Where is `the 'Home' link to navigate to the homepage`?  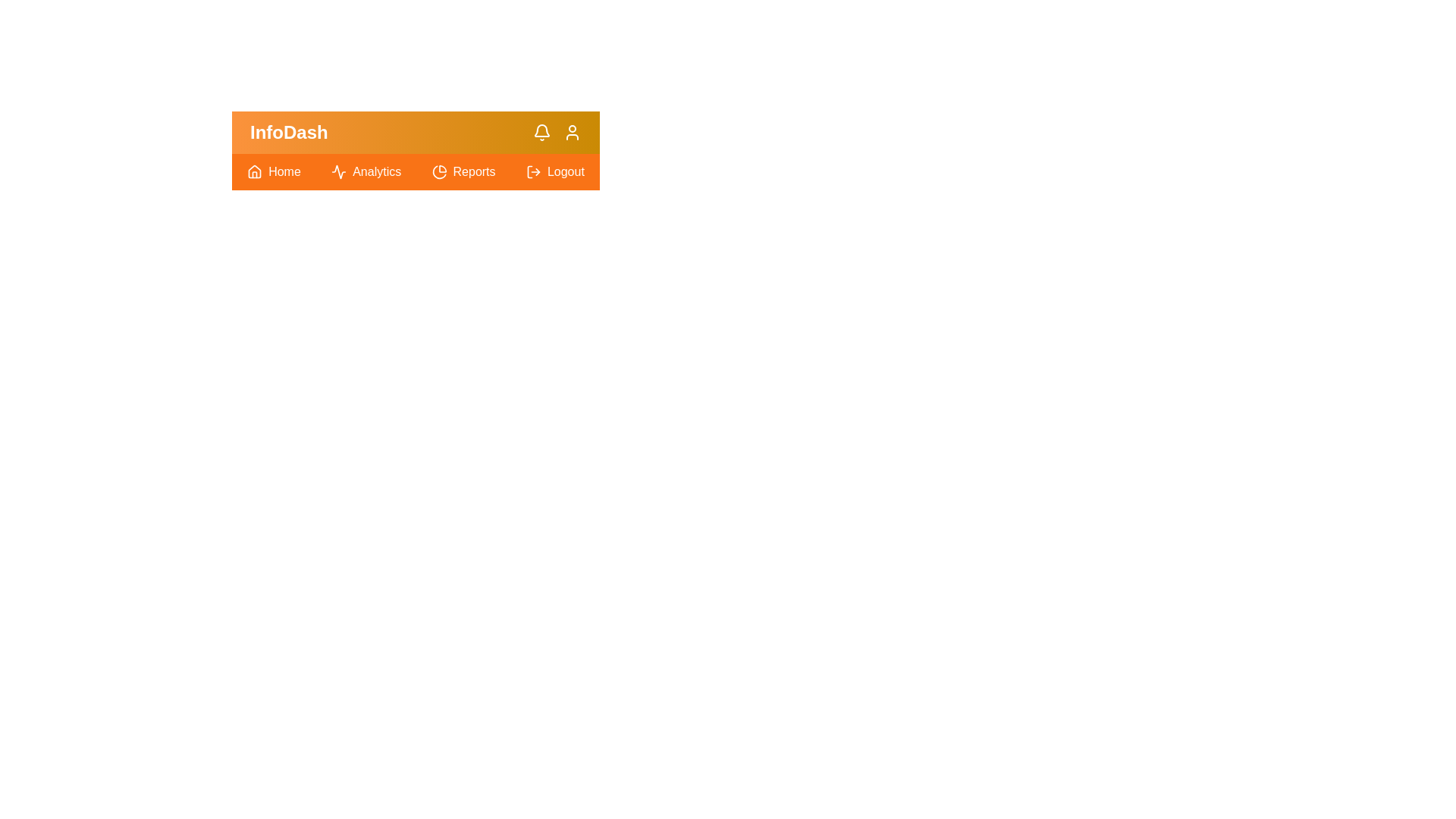
the 'Home' link to navigate to the homepage is located at coordinates (274, 171).